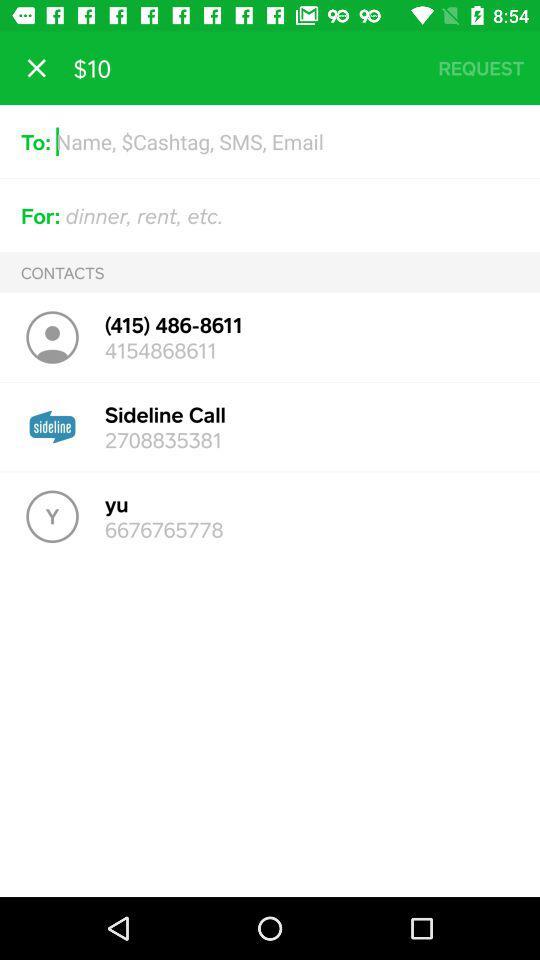  What do you see at coordinates (52, 515) in the screenshot?
I see `icon on the bottom left corner` at bounding box center [52, 515].